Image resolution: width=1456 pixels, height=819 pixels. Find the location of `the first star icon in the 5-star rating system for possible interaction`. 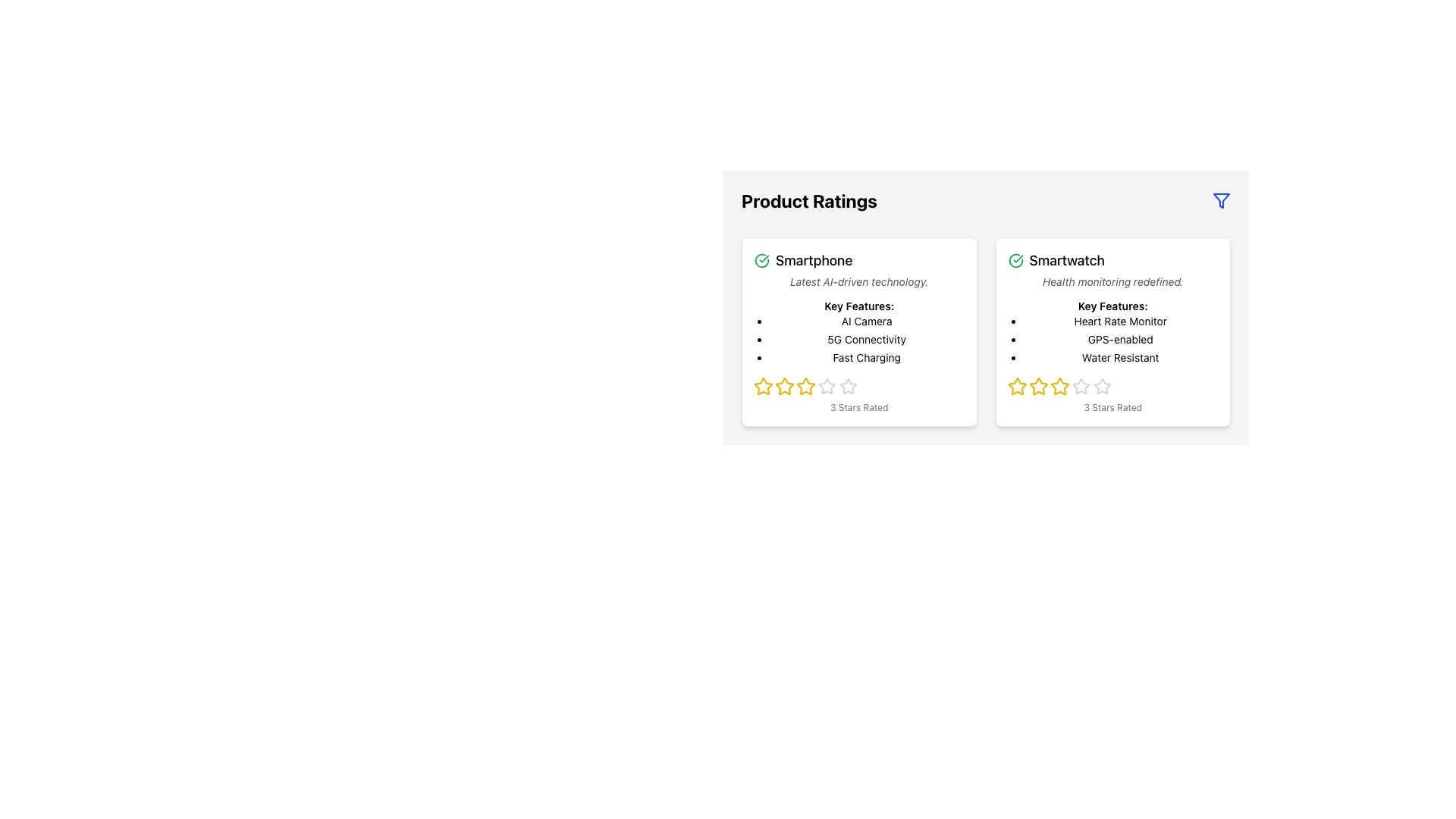

the first star icon in the 5-star rating system for possible interaction is located at coordinates (764, 385).